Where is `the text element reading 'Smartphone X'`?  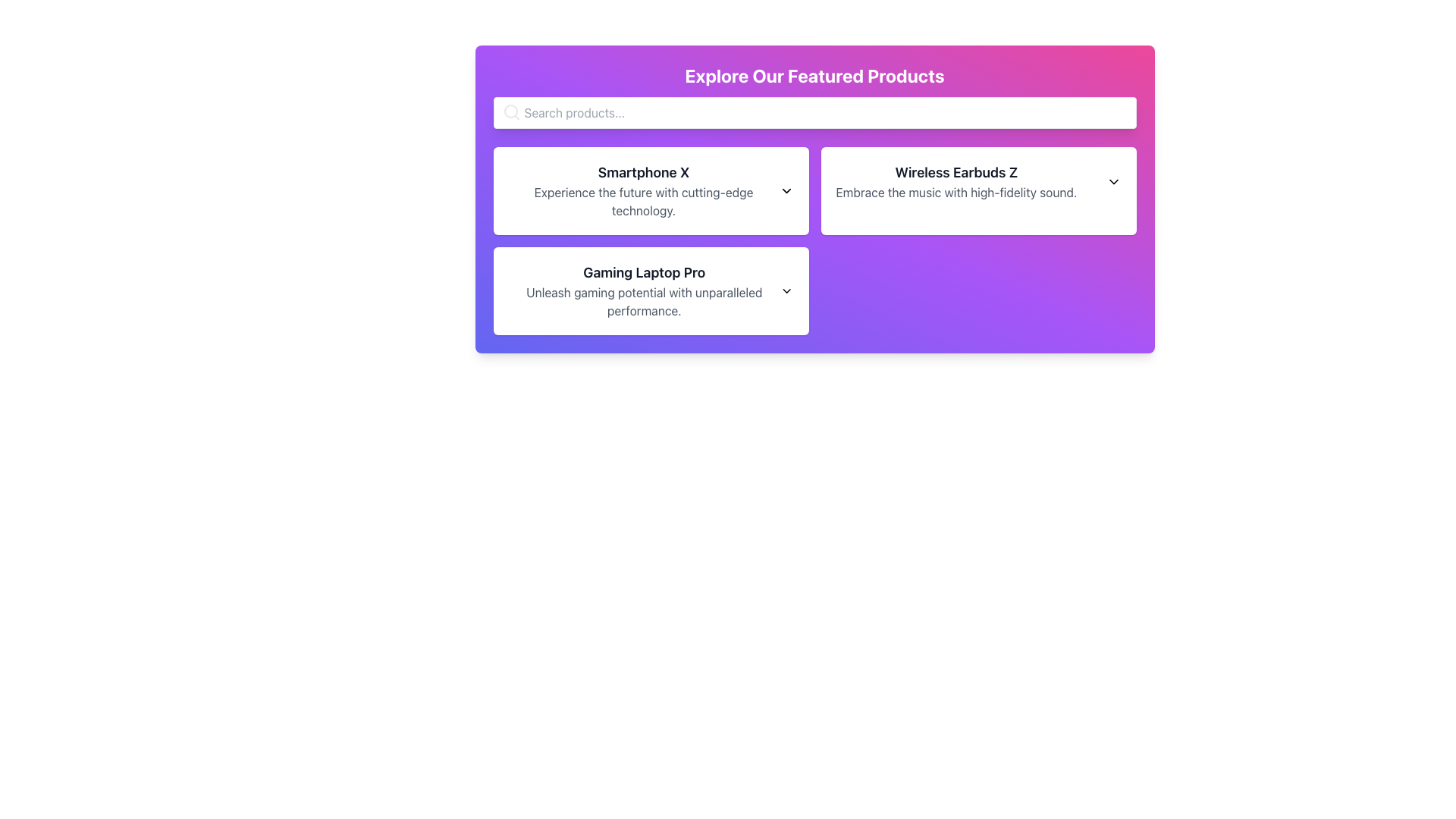
the text element reading 'Smartphone X' is located at coordinates (644, 171).